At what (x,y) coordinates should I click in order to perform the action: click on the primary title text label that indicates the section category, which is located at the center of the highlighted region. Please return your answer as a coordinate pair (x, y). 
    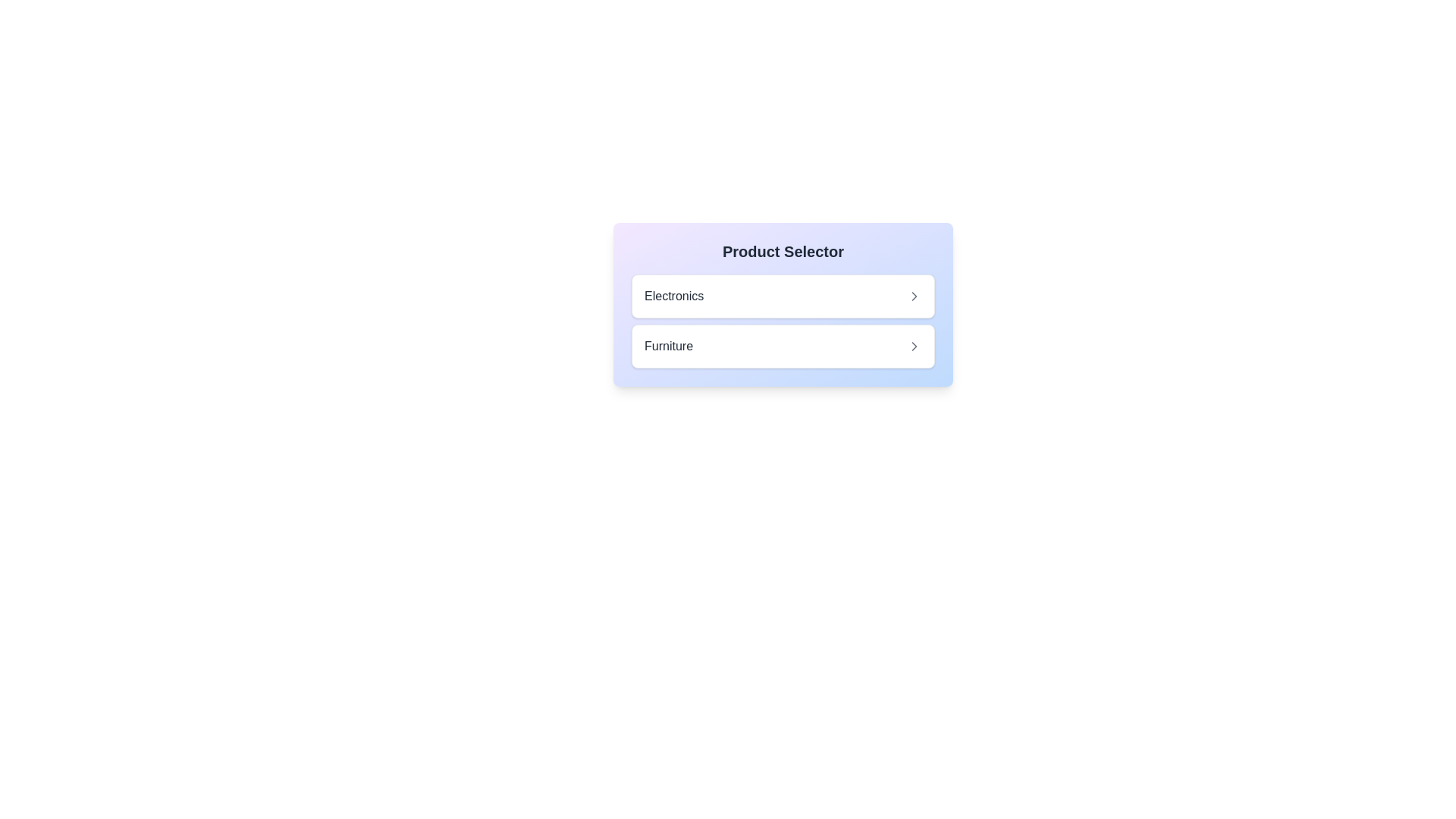
    Looking at the image, I should click on (783, 250).